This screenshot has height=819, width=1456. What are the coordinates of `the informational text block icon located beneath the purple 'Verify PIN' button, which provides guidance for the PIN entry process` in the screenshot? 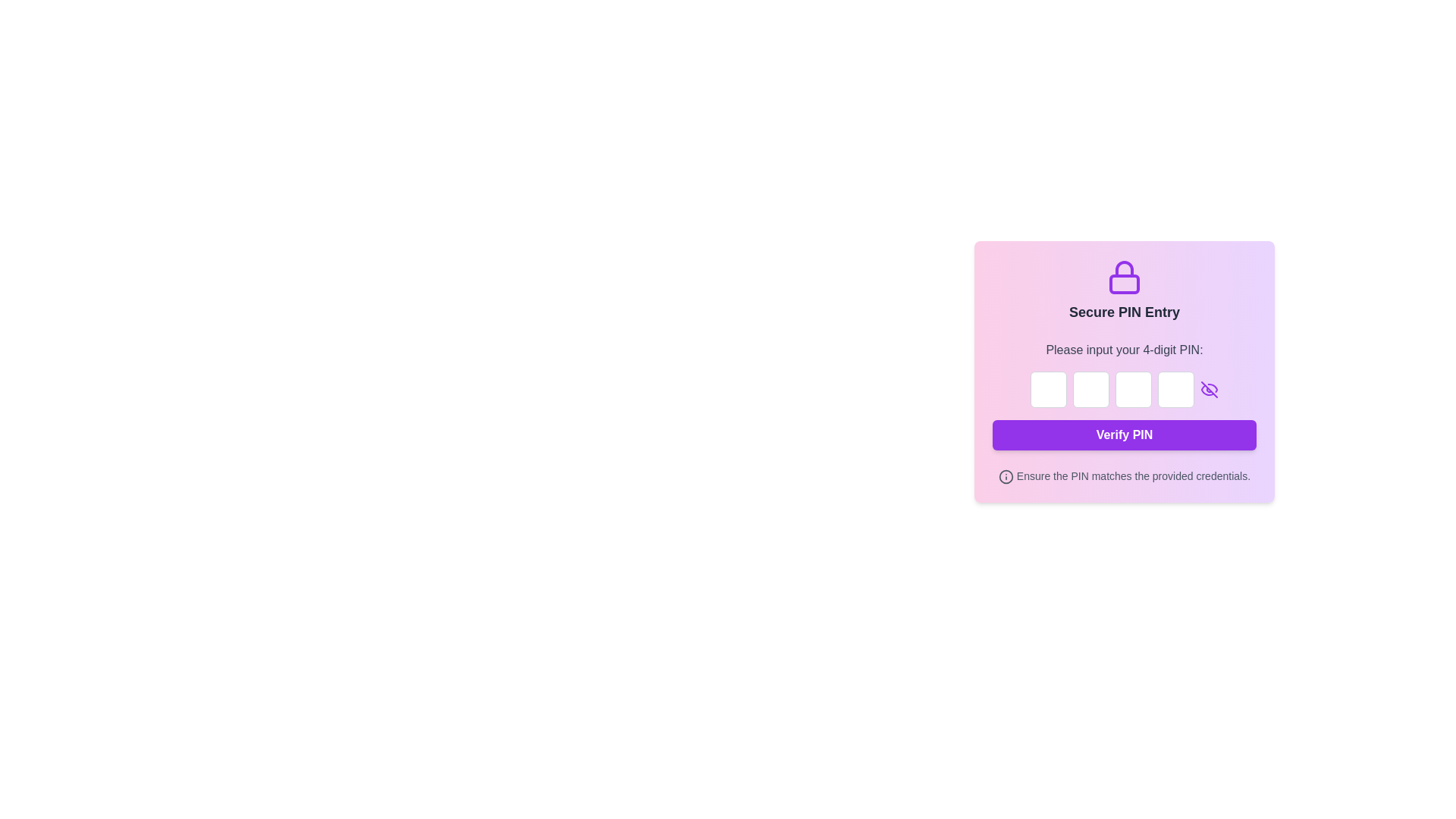 It's located at (1125, 475).